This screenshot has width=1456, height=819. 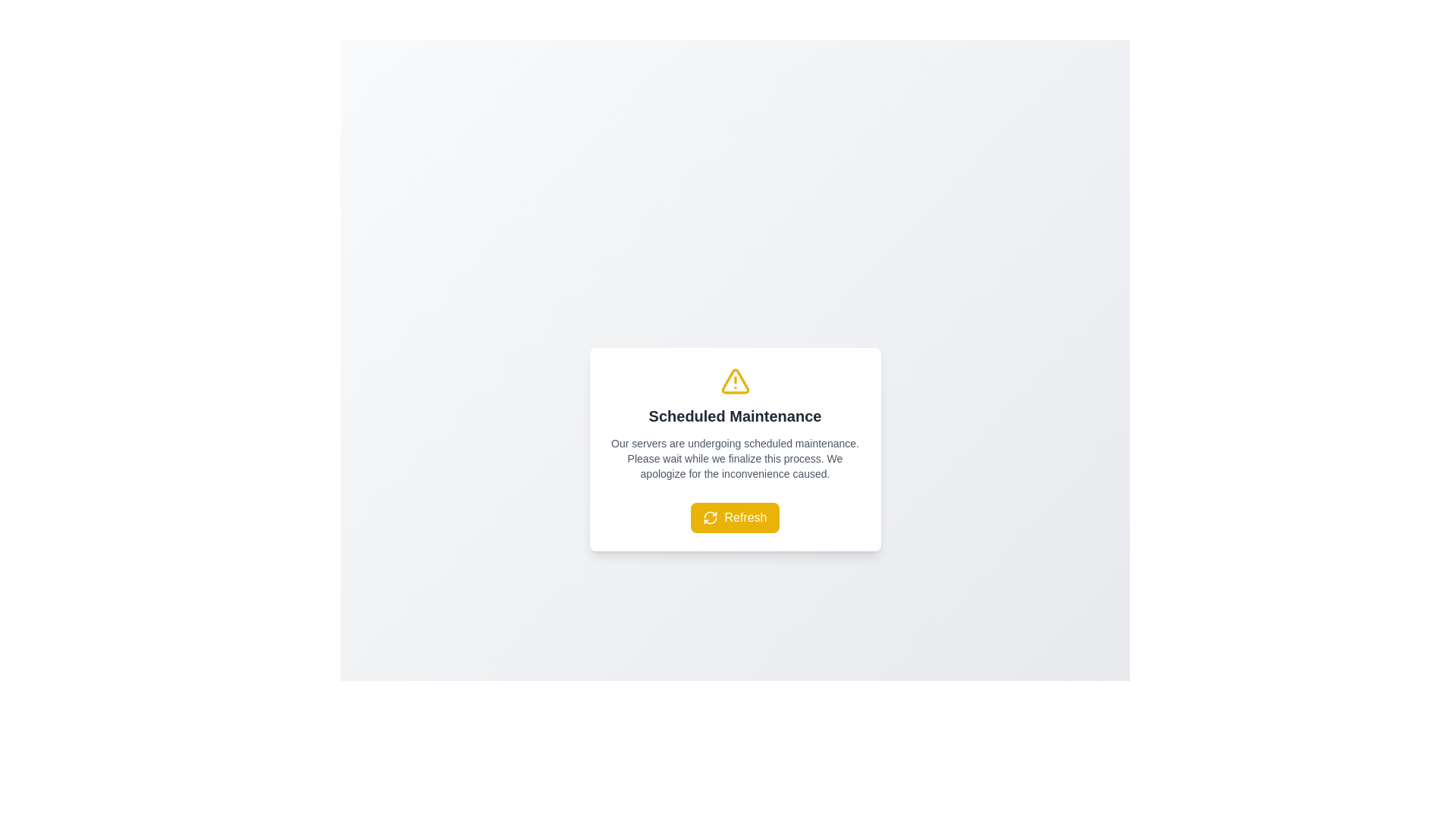 What do you see at coordinates (735, 449) in the screenshot?
I see `notification text displayed in the Notification Panel, which includes the bold title 'Scheduled Maintenance' and the description about ongoing server maintenance` at bounding box center [735, 449].